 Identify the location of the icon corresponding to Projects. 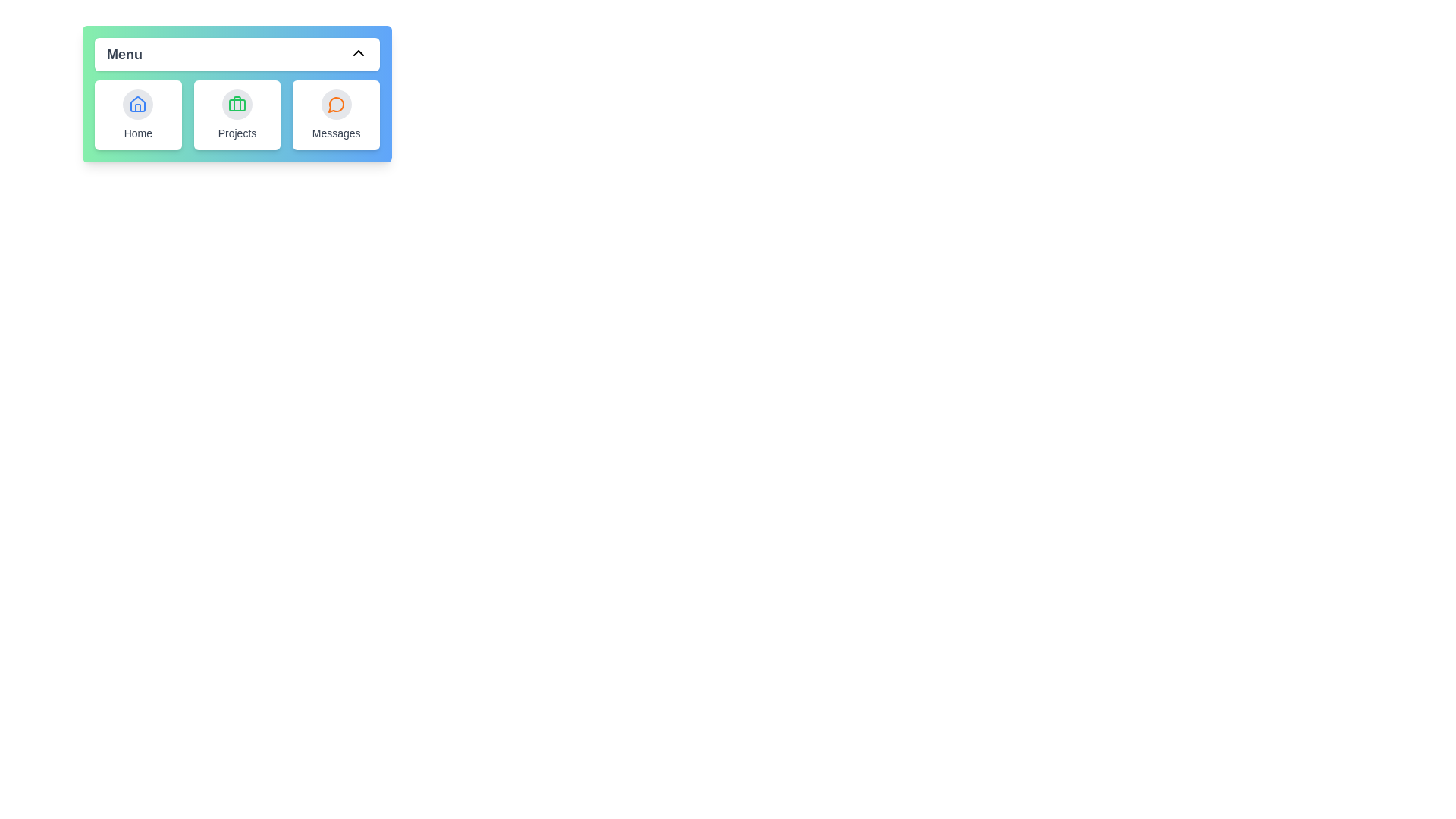
(236, 104).